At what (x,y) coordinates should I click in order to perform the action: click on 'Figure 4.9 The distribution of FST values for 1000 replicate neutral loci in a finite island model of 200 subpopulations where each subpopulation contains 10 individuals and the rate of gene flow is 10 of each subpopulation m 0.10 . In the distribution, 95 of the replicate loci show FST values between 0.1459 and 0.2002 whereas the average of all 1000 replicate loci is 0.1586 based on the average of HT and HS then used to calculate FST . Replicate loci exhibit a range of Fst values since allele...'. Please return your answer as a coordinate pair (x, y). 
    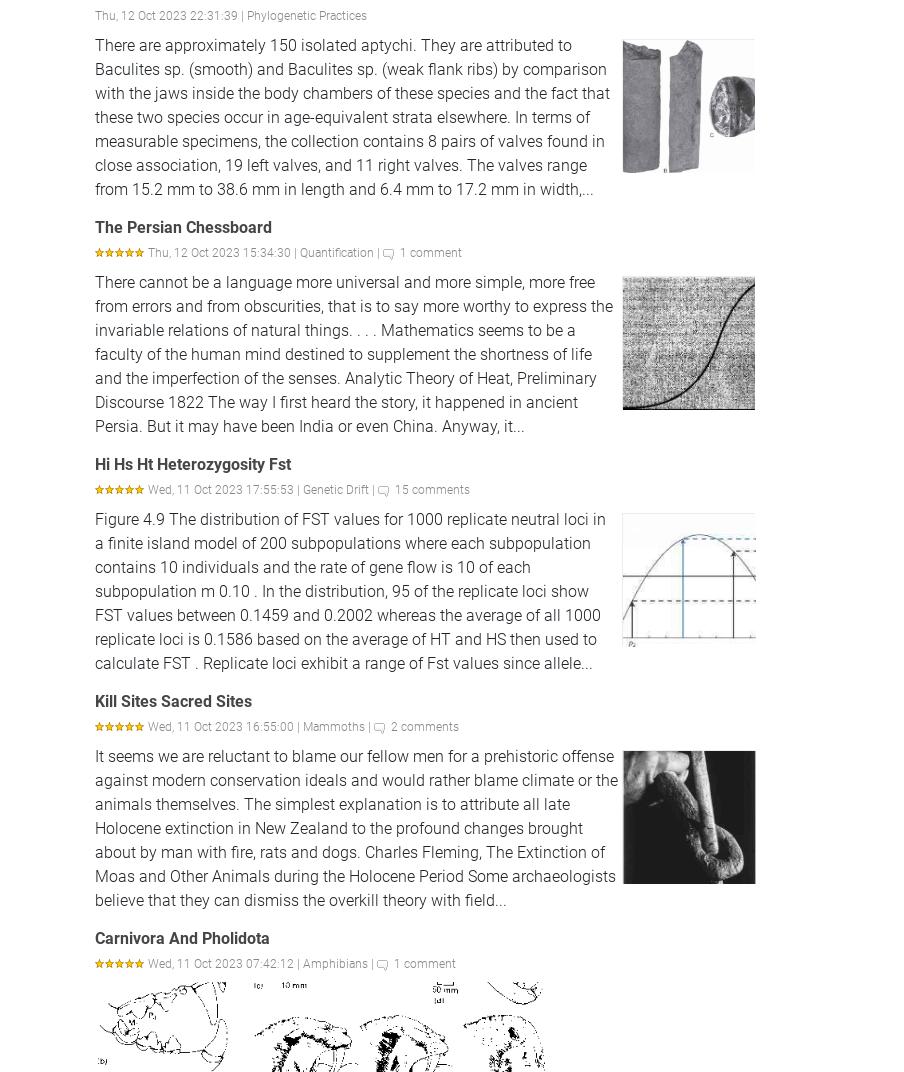
    Looking at the image, I should click on (349, 589).